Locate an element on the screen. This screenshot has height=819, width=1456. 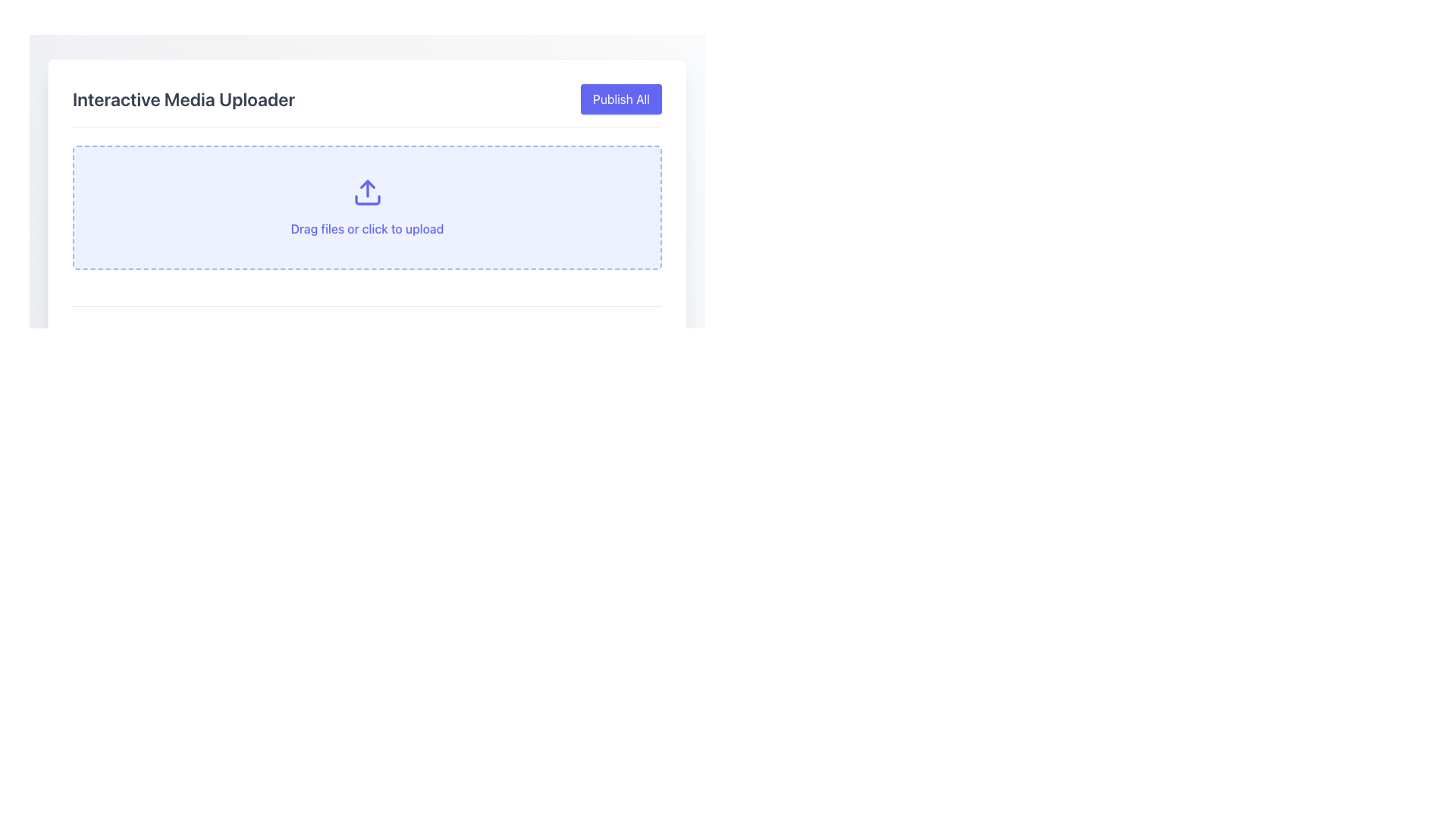
files is located at coordinates (367, 212).